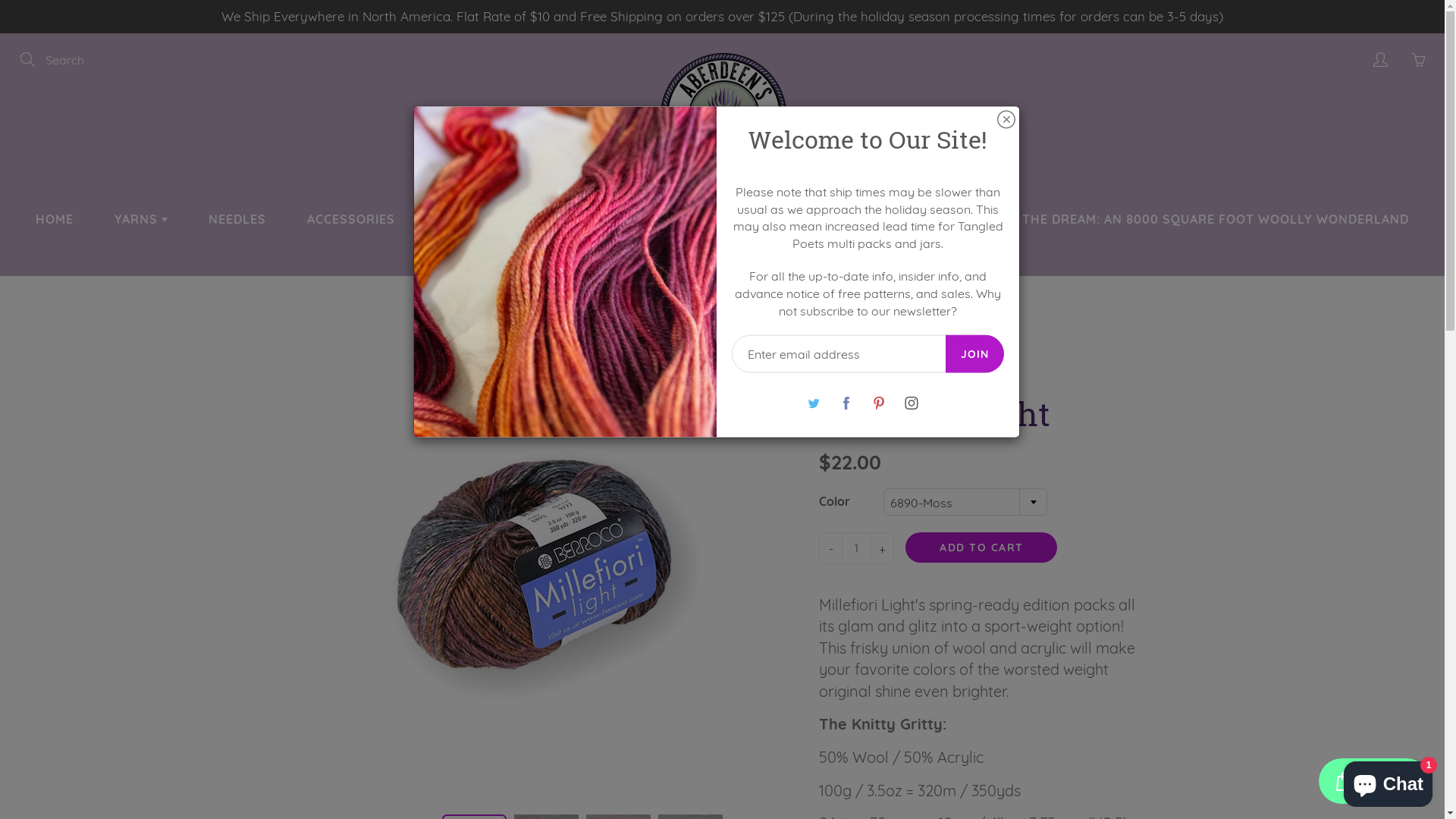 This screenshot has height=819, width=1456. Describe the element at coordinates (1182, 219) in the screenshot. I see `'BUILDING THE DREAM: AN 8000 SQUARE FOOT WOOLLY WONDERLAND'` at that location.